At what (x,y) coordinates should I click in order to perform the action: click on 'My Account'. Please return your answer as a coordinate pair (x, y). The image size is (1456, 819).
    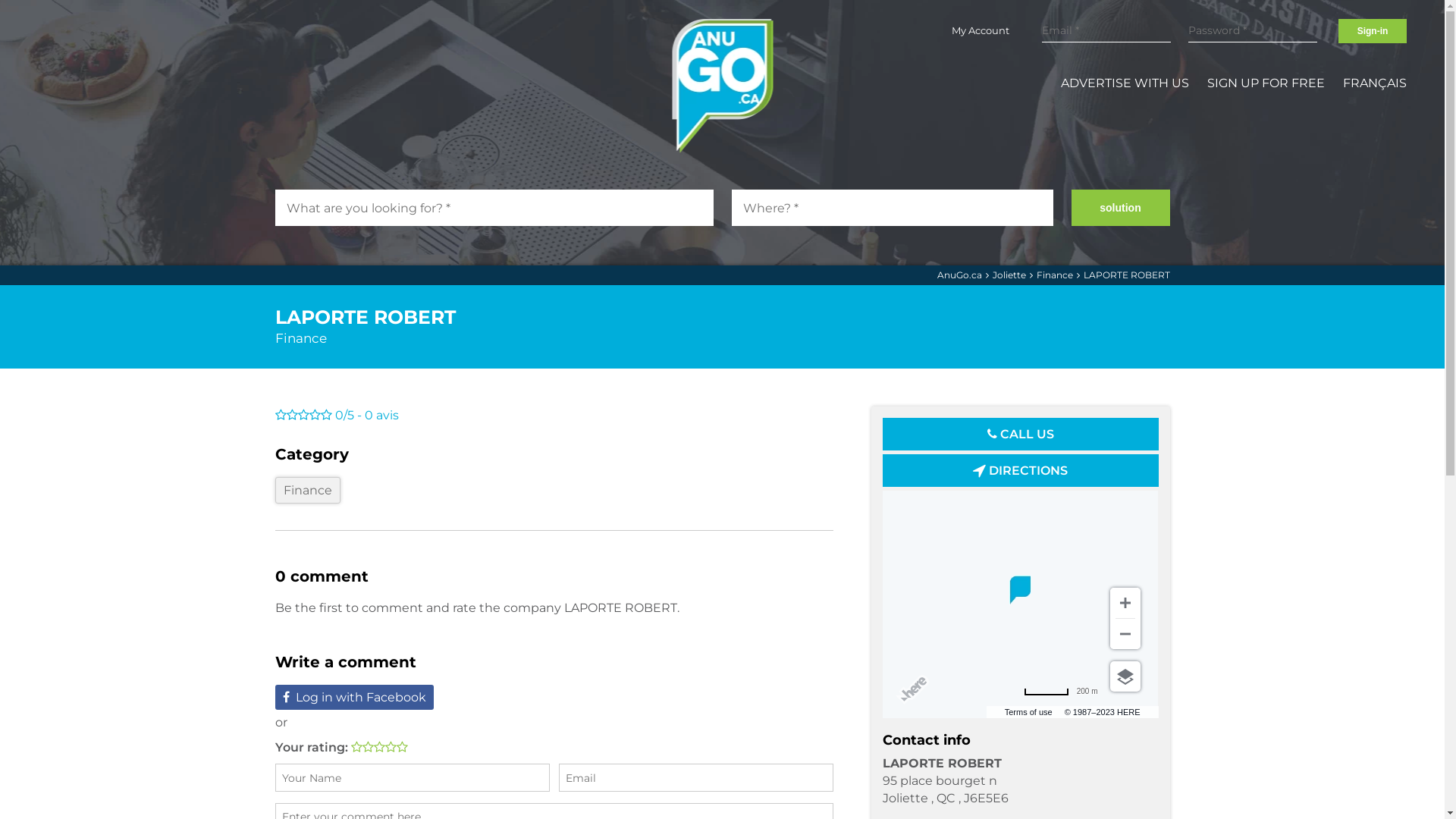
    Looking at the image, I should click on (980, 30).